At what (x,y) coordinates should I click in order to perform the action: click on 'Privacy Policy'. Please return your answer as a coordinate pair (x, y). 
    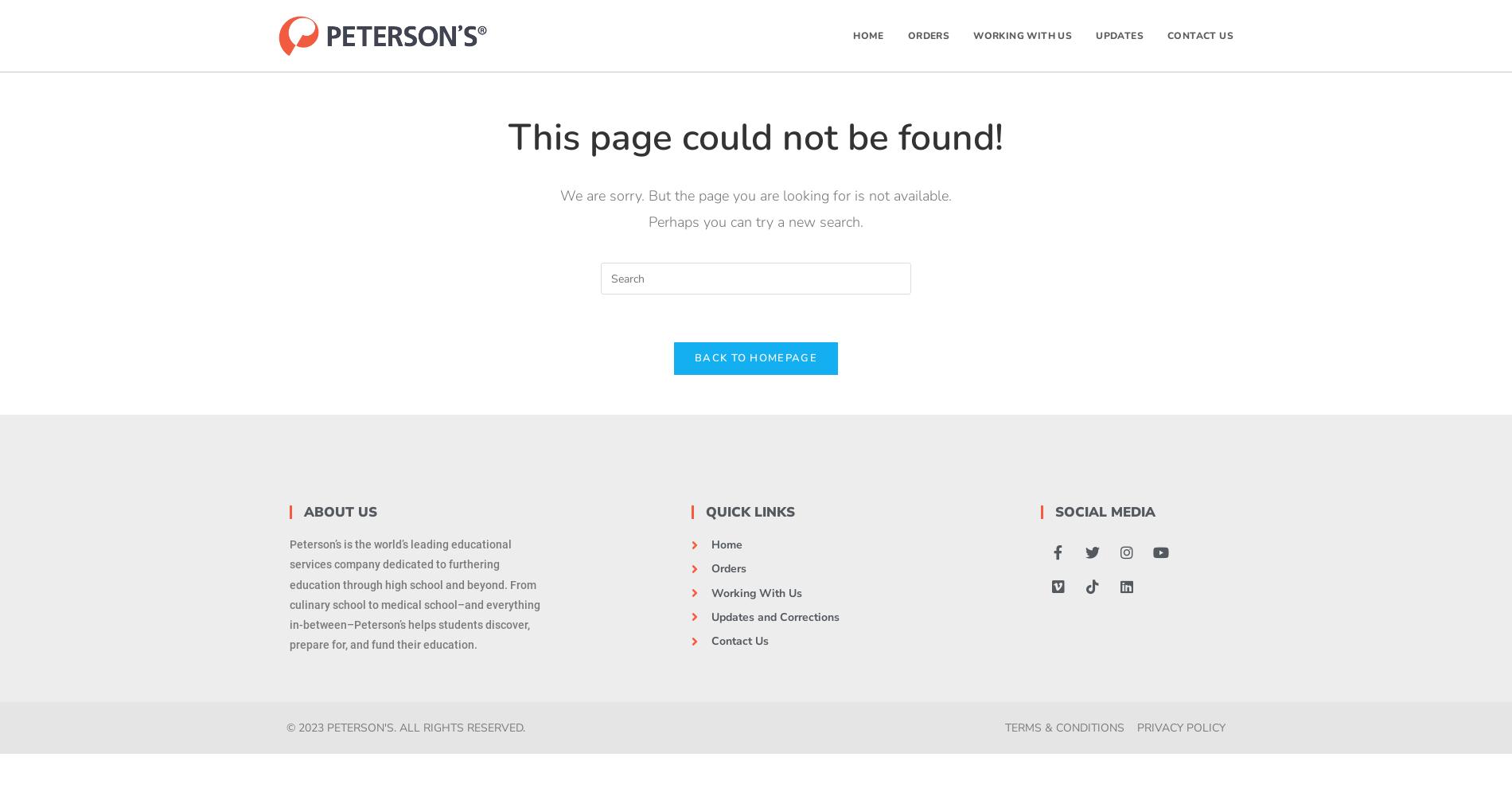
    Looking at the image, I should click on (1136, 728).